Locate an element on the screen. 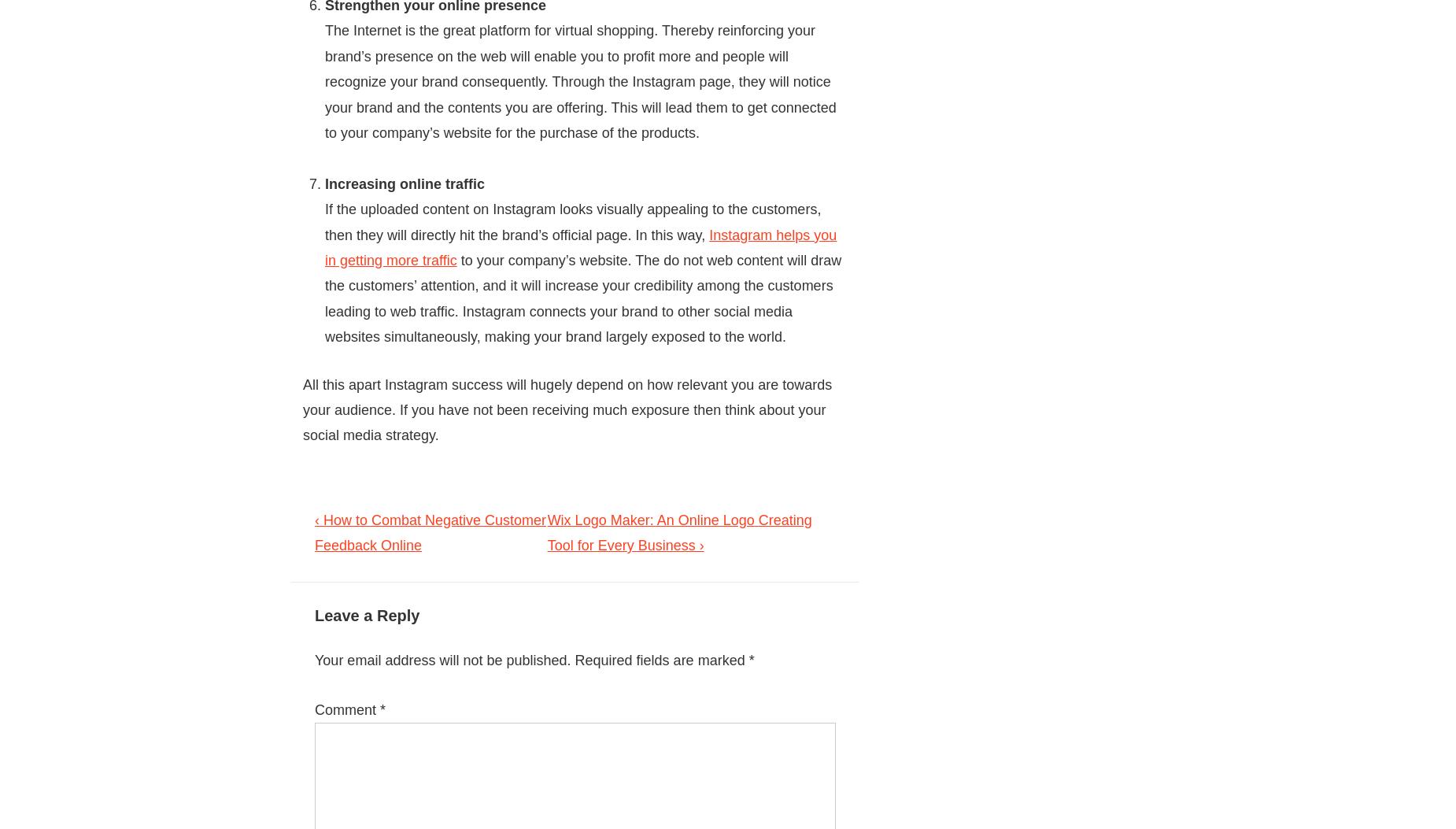 Image resolution: width=1456 pixels, height=829 pixels. 'The Internet is the great platform for virtual shopping. Thereby reinforcing your brand’s presence on the web will enable you to profit more and people will recognize your brand consequently. Through the Instagram page, they will notice your brand and the contents you are offering. This will lead them to get connected to your company’s website for the purchase of the products.' is located at coordinates (323, 82).